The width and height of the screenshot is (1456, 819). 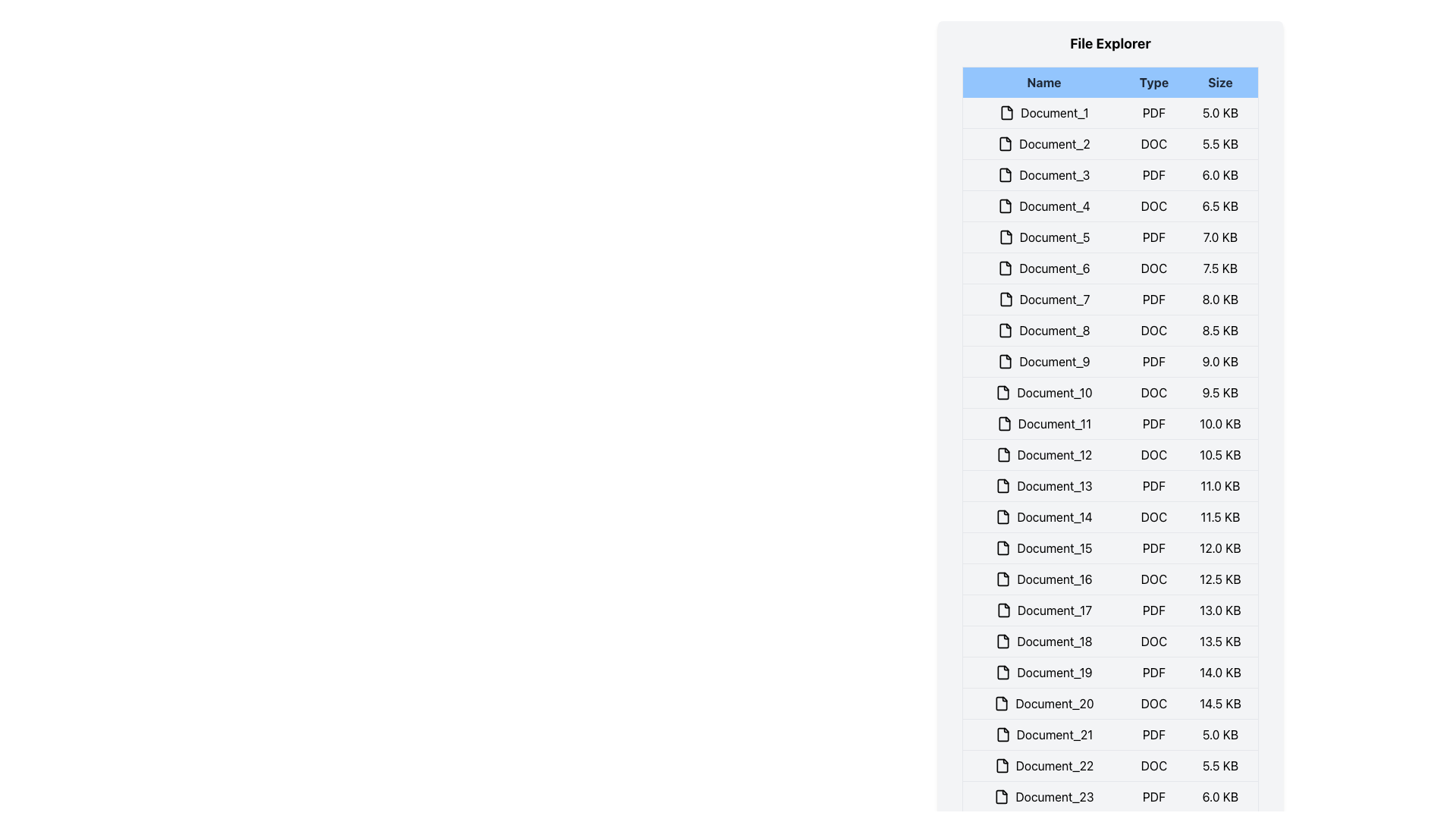 What do you see at coordinates (1110, 733) in the screenshot?
I see `the file row displaying 'Document_21' in the file explorer` at bounding box center [1110, 733].